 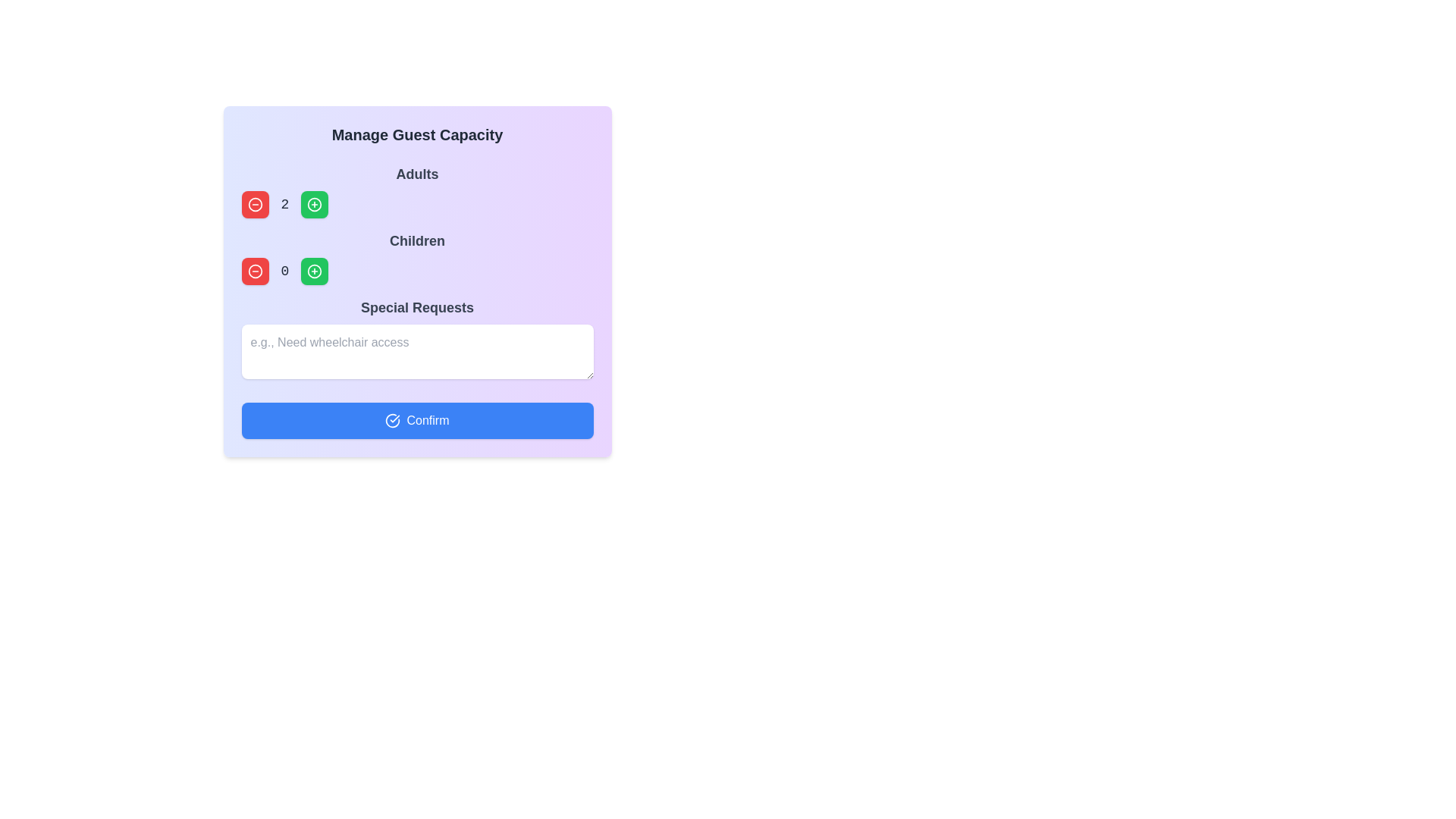 I want to click on the increment button icon for children in the 'Manage Guest Capacity' section, so click(x=314, y=271).